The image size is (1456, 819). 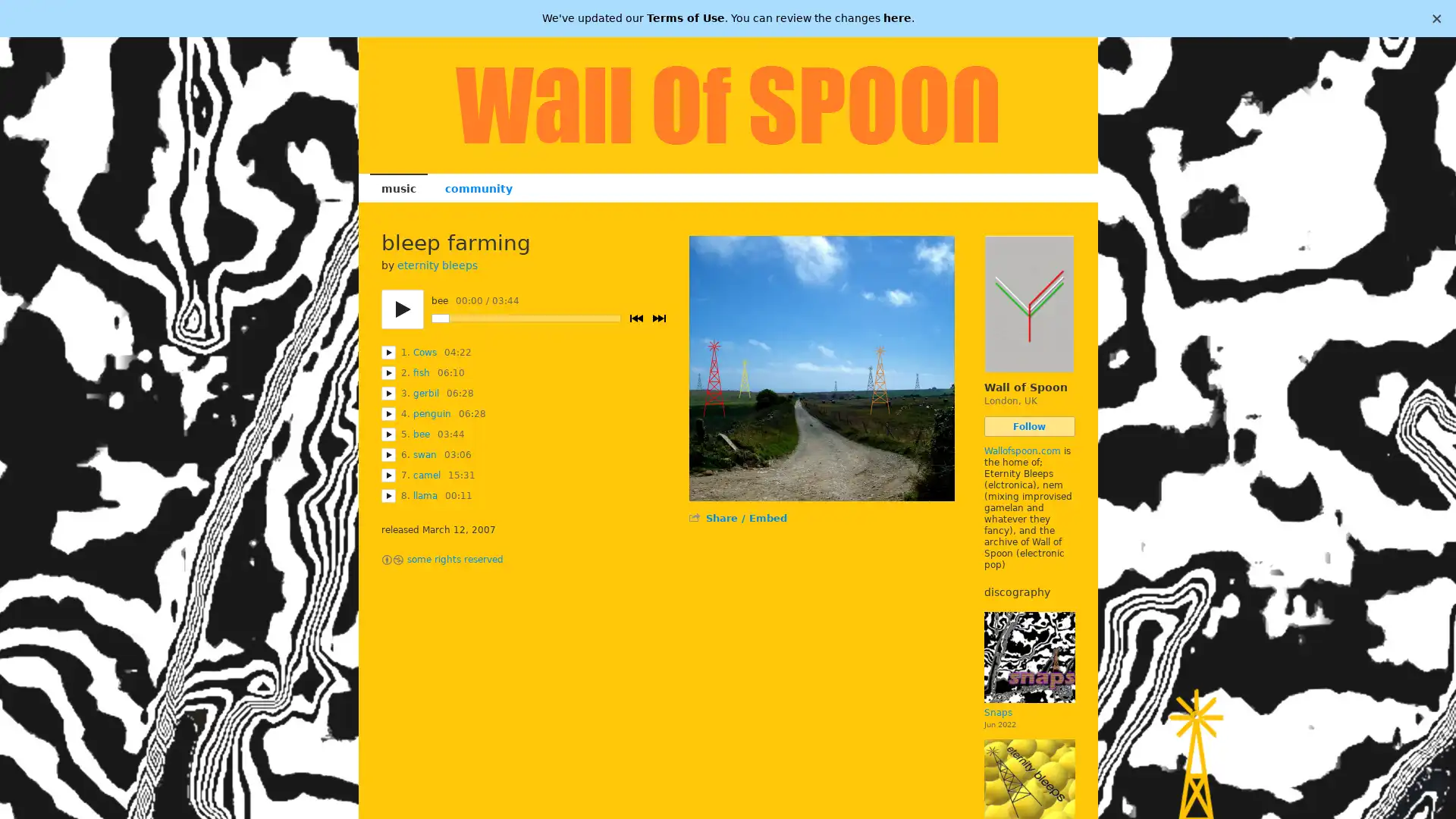 I want to click on Play/pause, so click(x=401, y=309).